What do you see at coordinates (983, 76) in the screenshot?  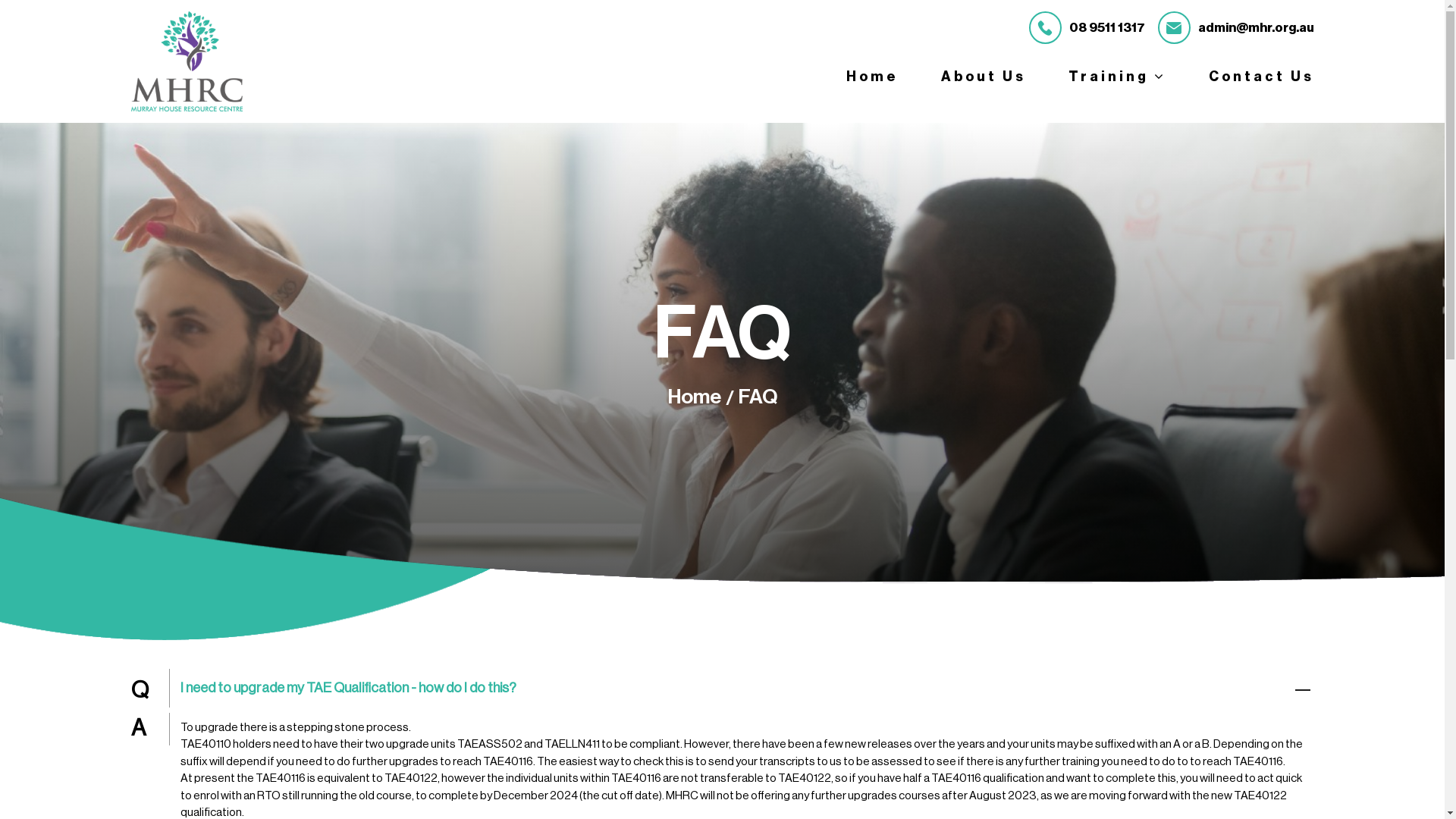 I see `'About Us'` at bounding box center [983, 76].